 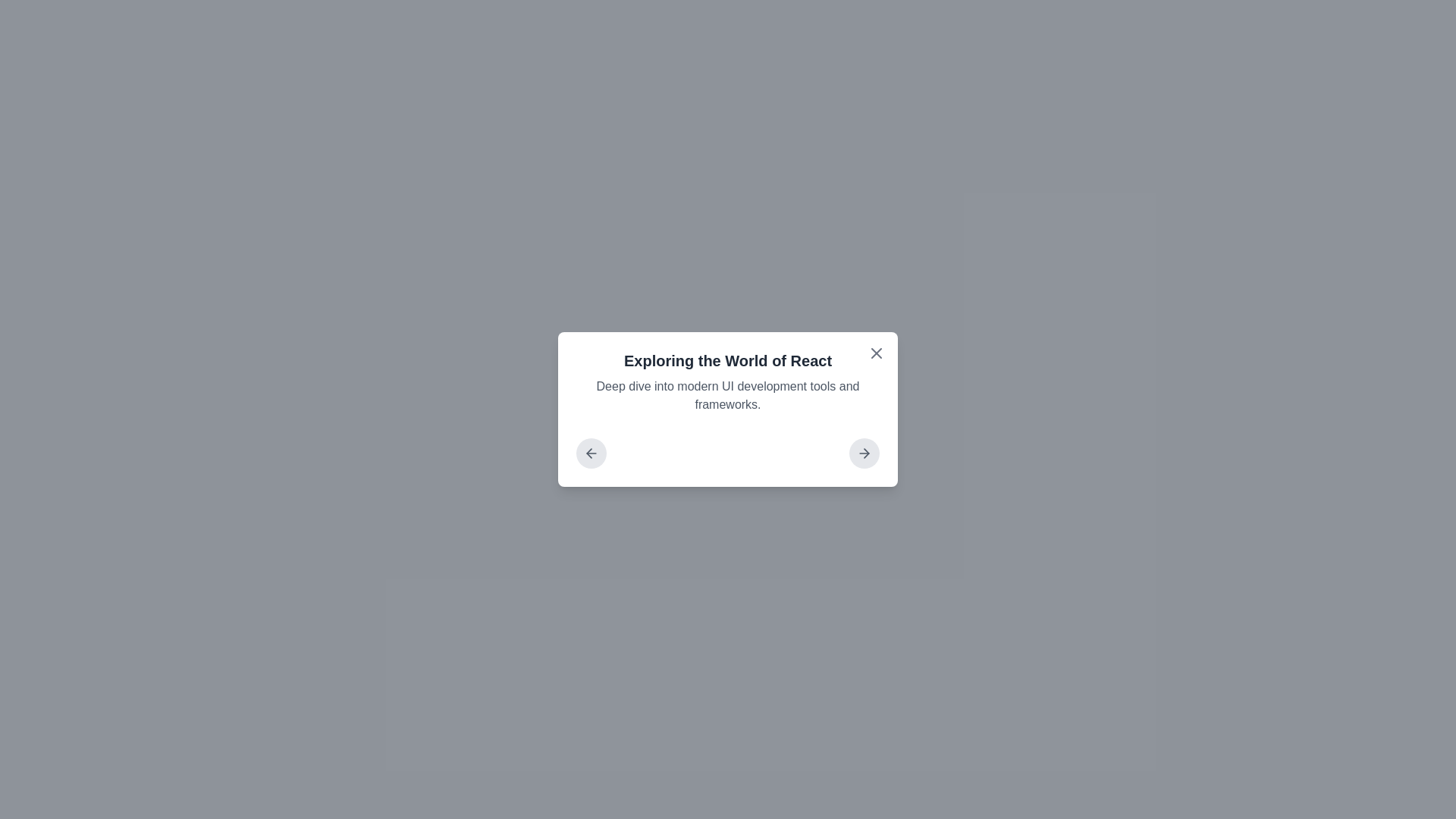 What do you see at coordinates (864, 452) in the screenshot?
I see `the right-pointing arrow icon located at the center-right of the card with the text 'Exploring the World of React' to proceed` at bounding box center [864, 452].